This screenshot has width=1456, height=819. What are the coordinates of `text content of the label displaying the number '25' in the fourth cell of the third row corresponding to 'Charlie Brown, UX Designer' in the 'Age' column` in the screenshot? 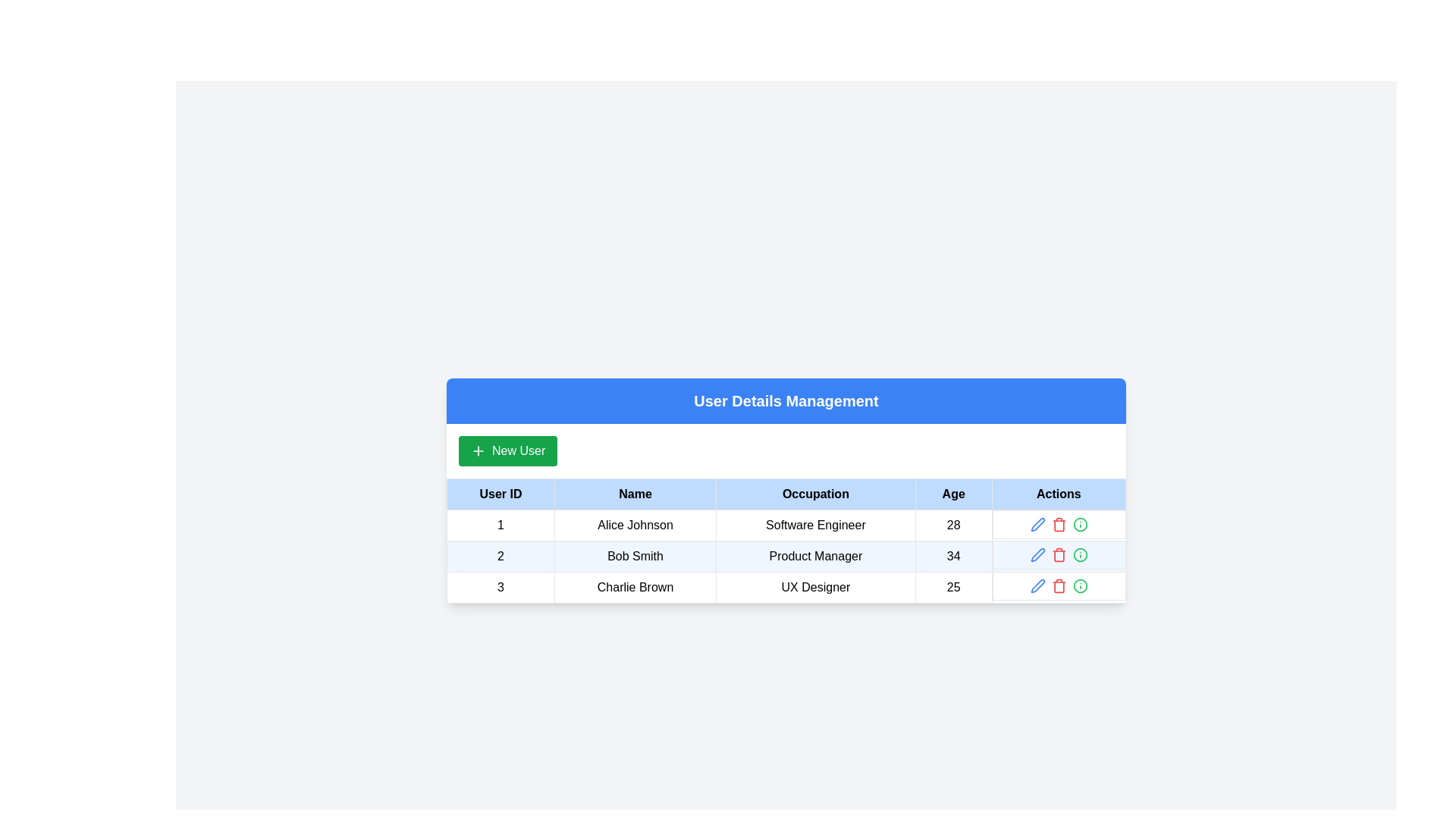 It's located at (952, 586).